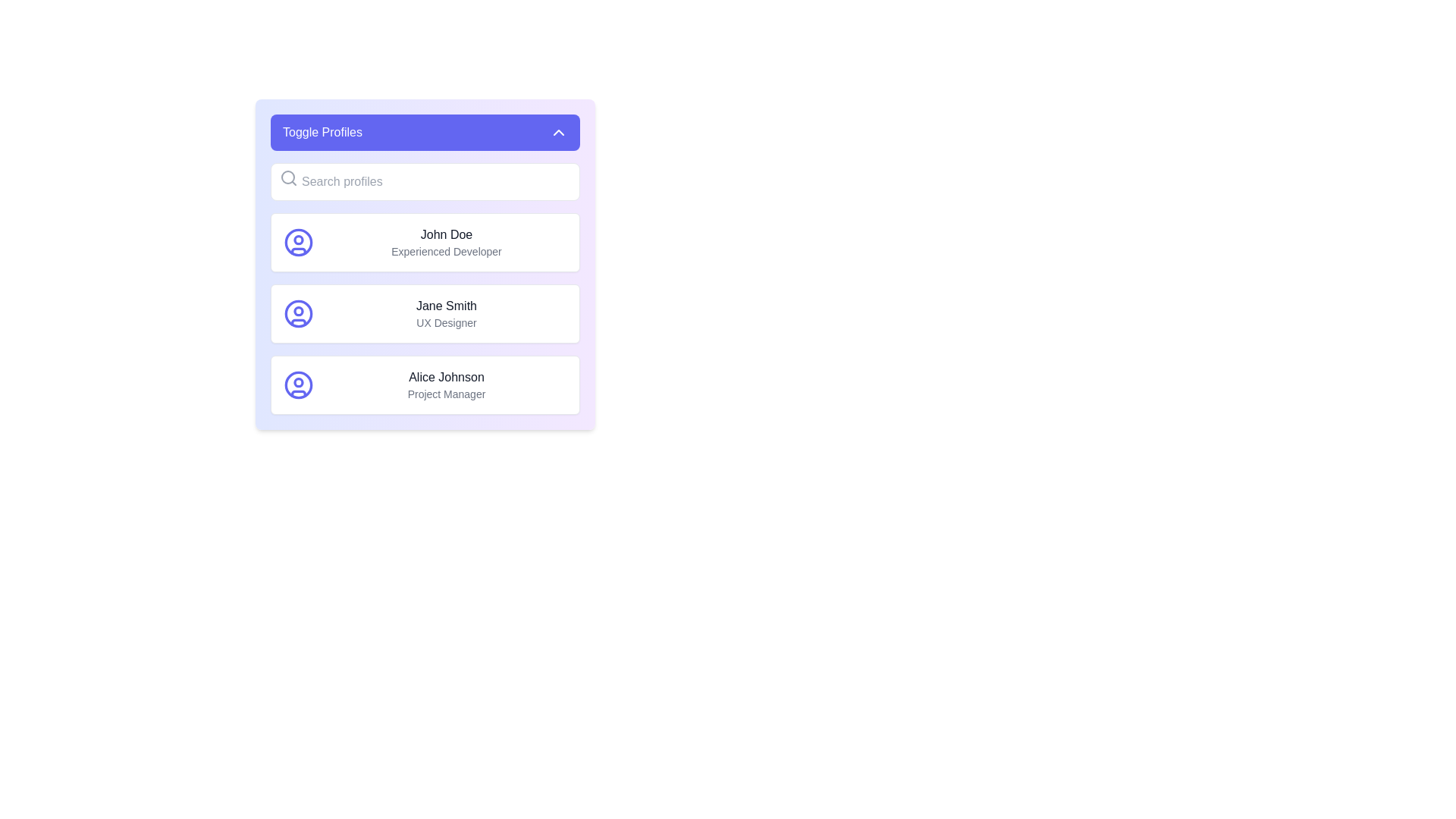  What do you see at coordinates (446, 322) in the screenshot?
I see `the text label that describes the role or occupation of 'Jane Smith', located in the middle profile card within a list of three cards, positioned below the name 'Jane Smith' and above a horizontal spacing` at bounding box center [446, 322].